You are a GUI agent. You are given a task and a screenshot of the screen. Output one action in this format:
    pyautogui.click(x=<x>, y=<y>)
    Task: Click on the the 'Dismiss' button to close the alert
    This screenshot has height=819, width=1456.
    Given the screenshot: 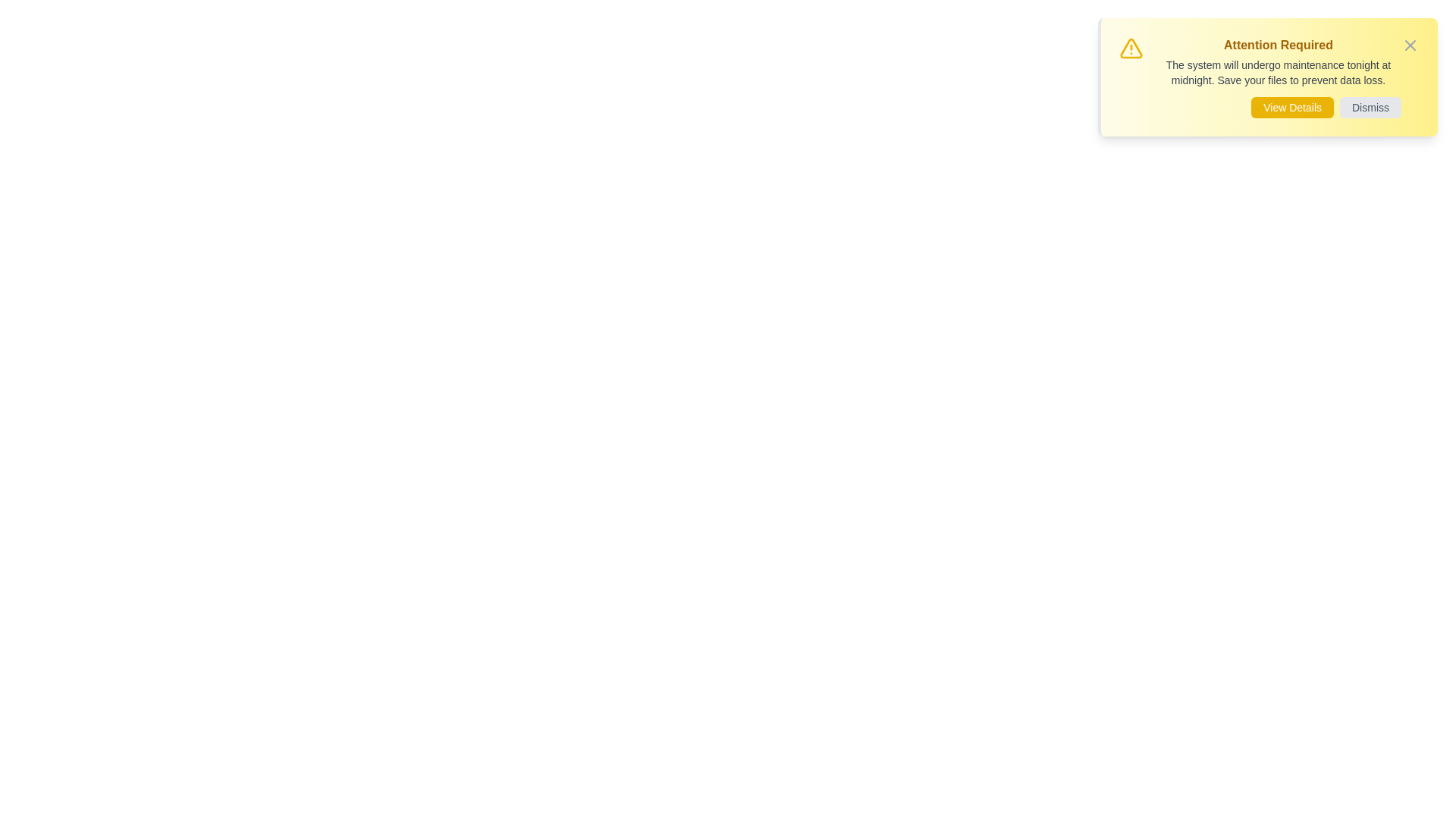 What is the action you would take?
    pyautogui.click(x=1370, y=107)
    